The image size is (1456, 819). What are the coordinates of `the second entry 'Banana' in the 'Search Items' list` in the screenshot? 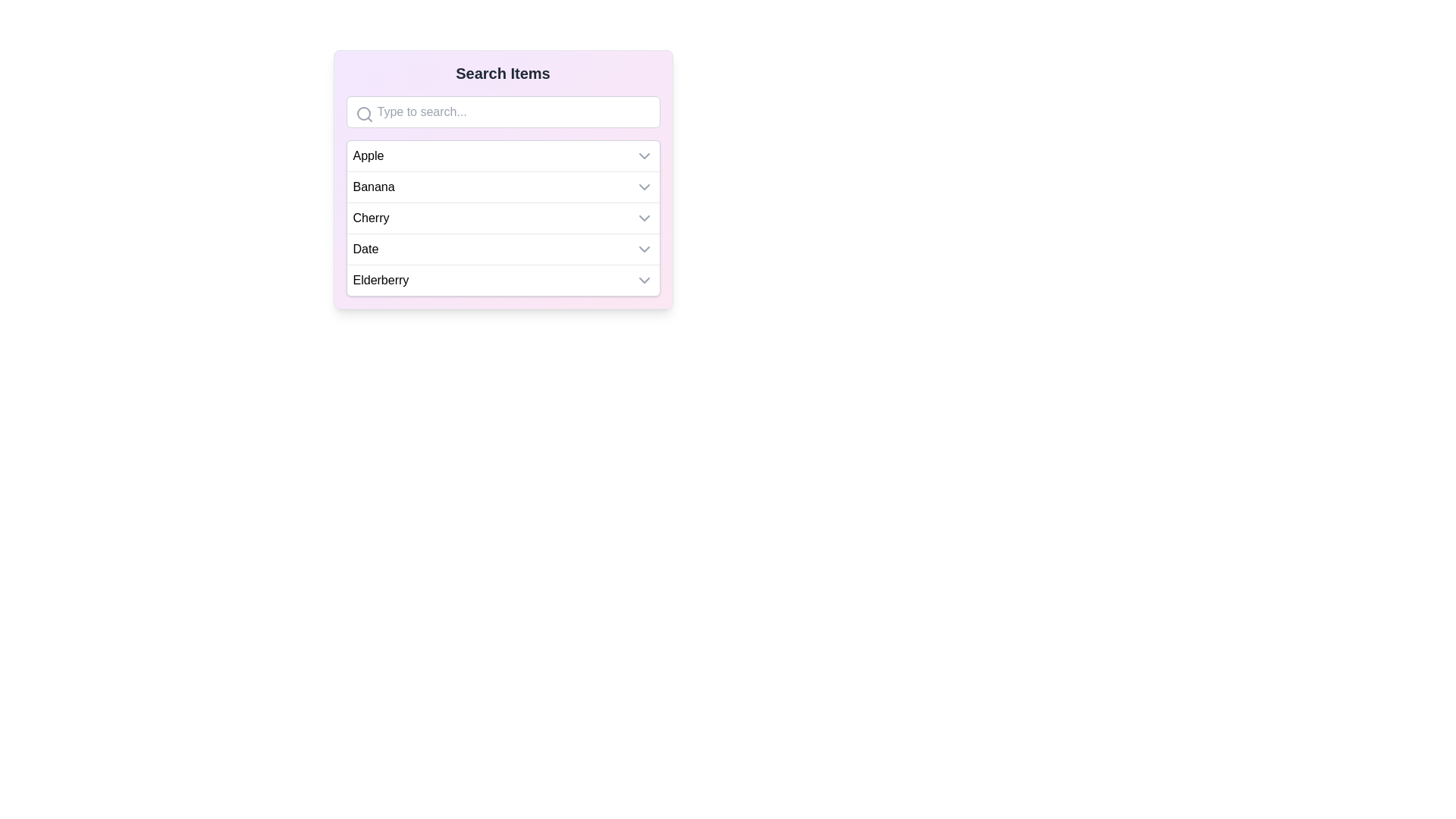 It's located at (503, 178).